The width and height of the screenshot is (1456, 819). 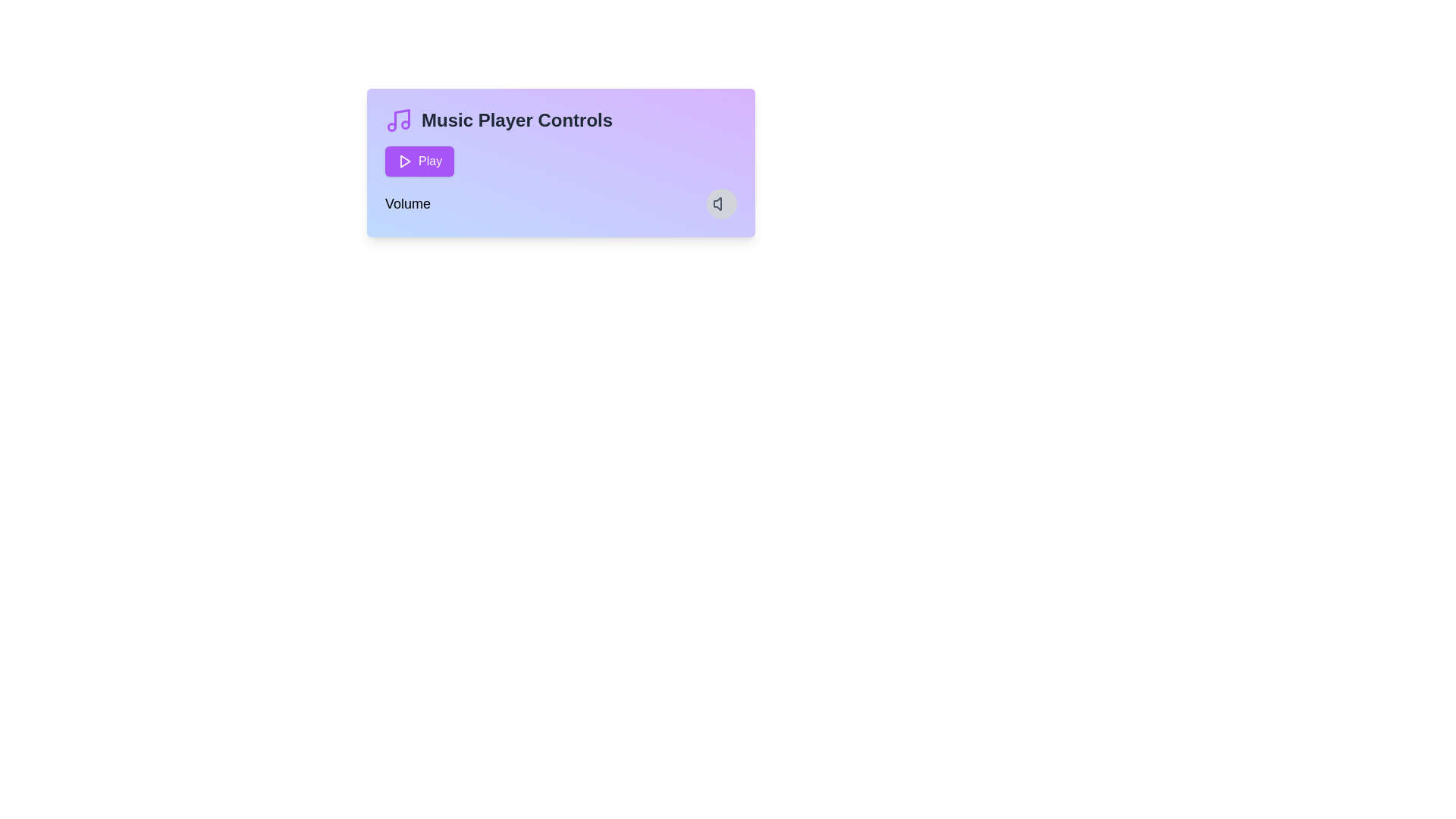 What do you see at coordinates (405, 124) in the screenshot?
I see `the second circle component of the SVG music icon, which is located to the left of the 'Music Player Controls' title` at bounding box center [405, 124].